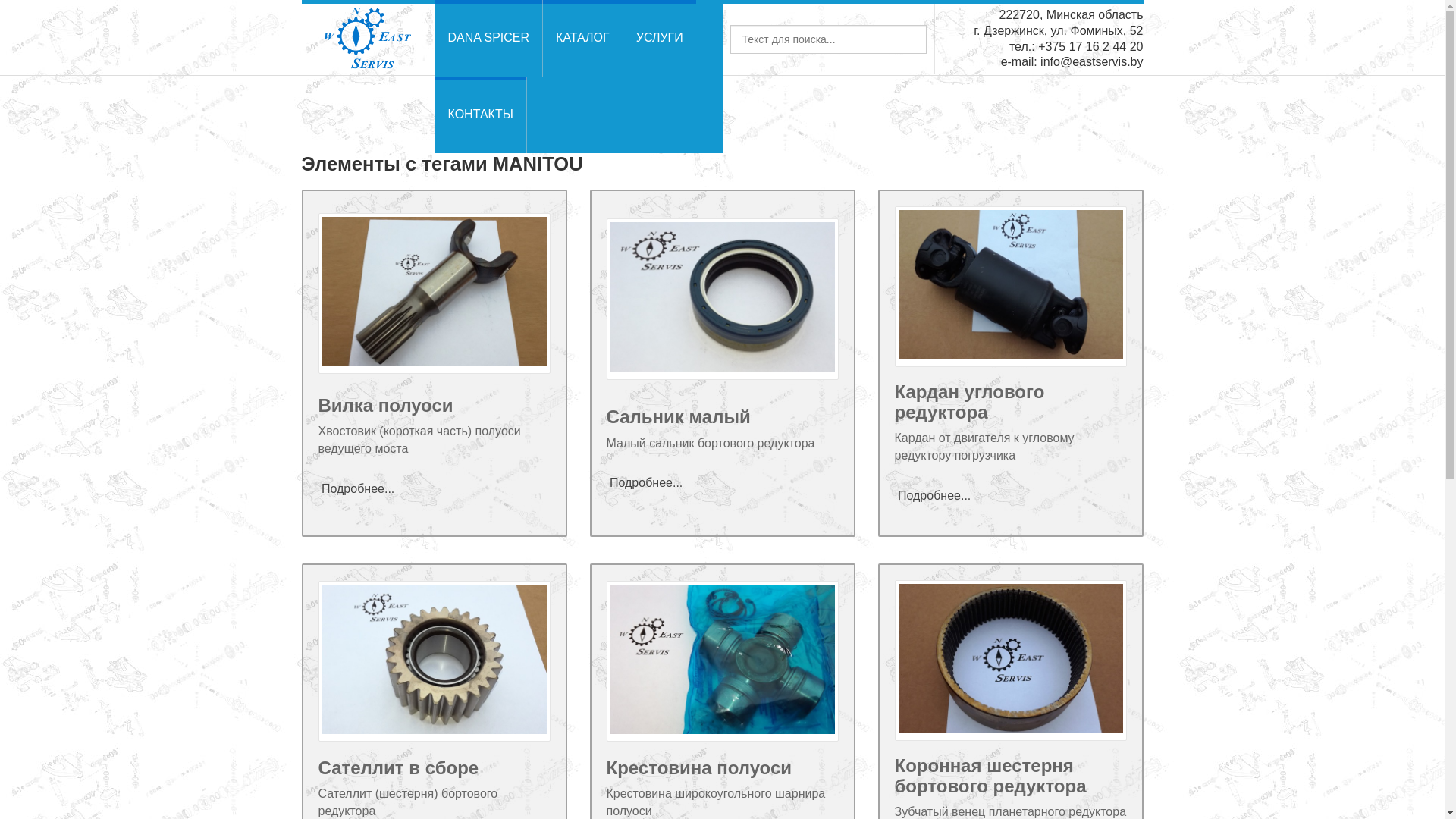 The width and height of the screenshot is (1456, 819). Describe the element at coordinates (432, 37) in the screenshot. I see `'DANA SPICER'` at that location.